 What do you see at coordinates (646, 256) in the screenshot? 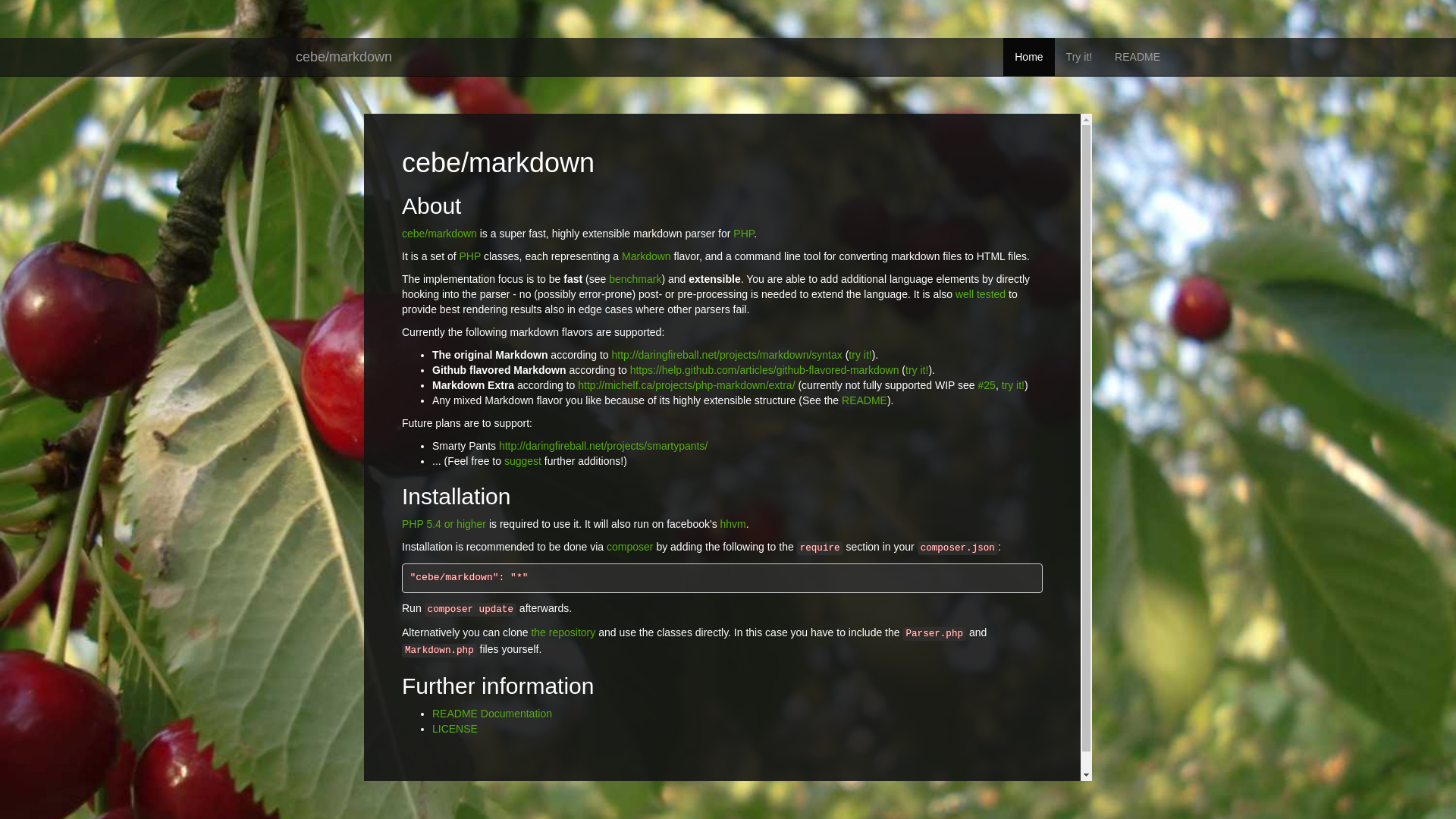
I see `'Markdown'` at bounding box center [646, 256].